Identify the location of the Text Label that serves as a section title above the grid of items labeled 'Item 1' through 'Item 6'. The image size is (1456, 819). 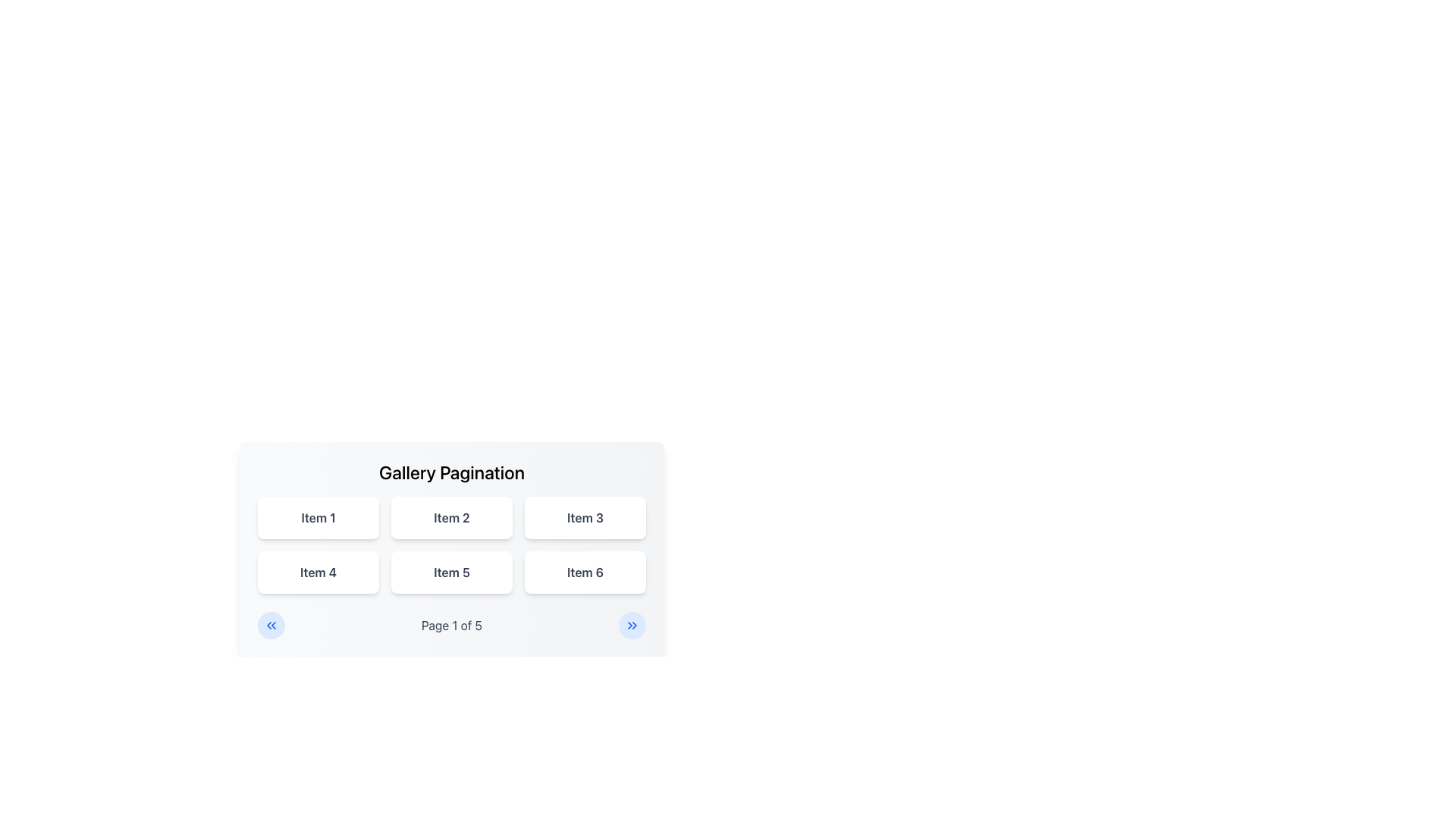
(450, 472).